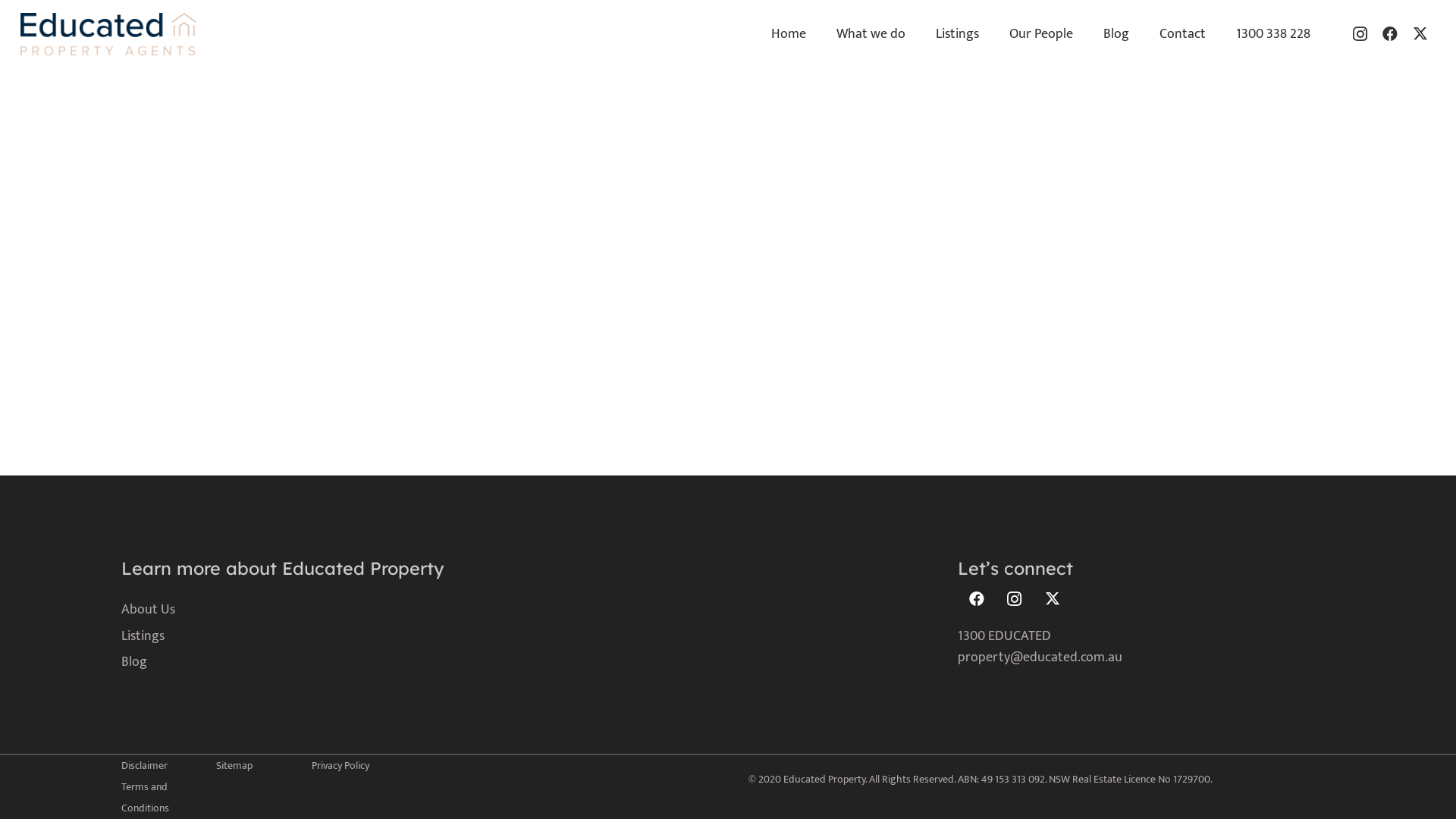 Image resolution: width=1456 pixels, height=819 pixels. I want to click on 'Instagram', so click(1360, 34).